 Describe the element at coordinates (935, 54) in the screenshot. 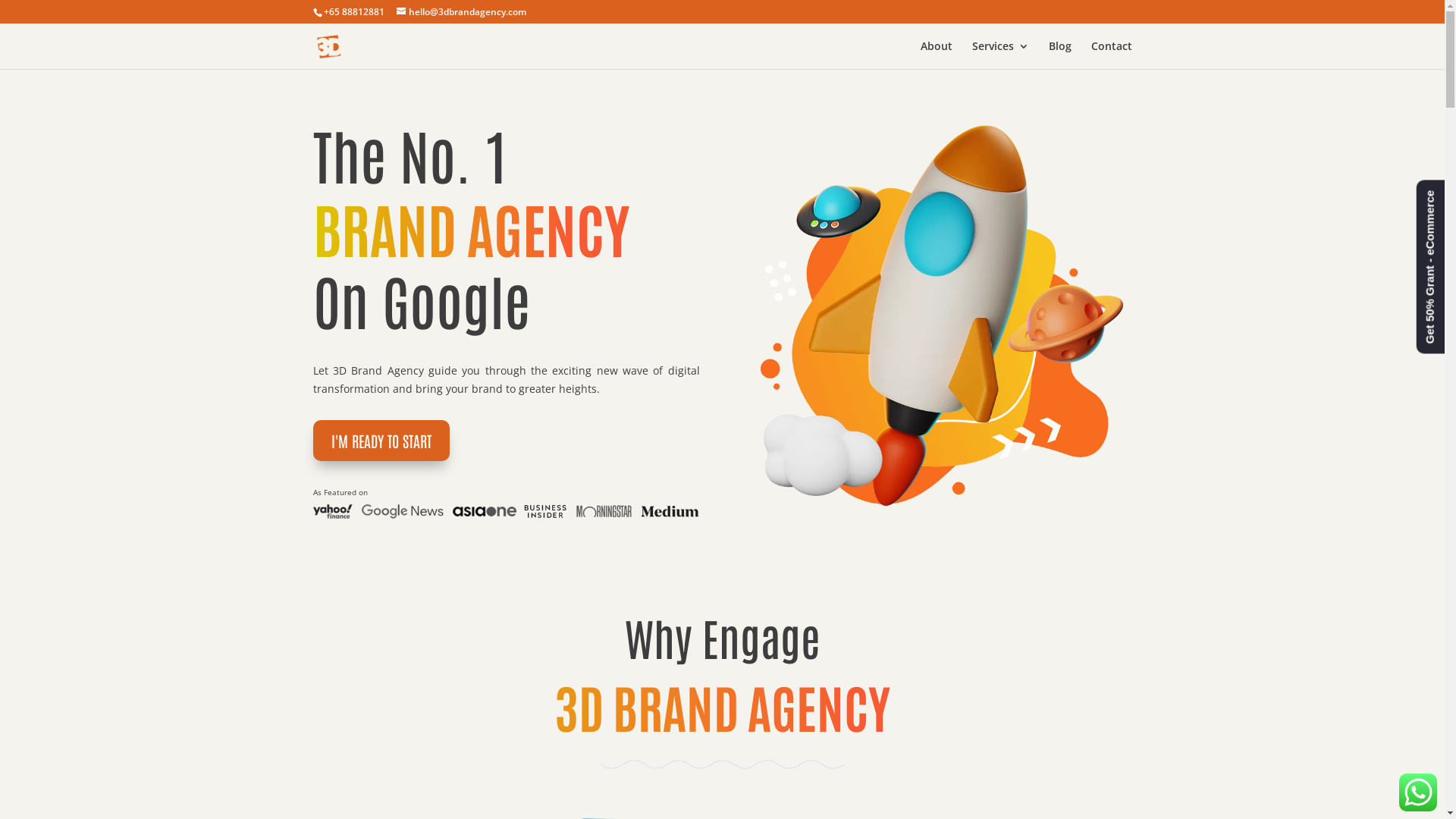

I see `'About'` at that location.